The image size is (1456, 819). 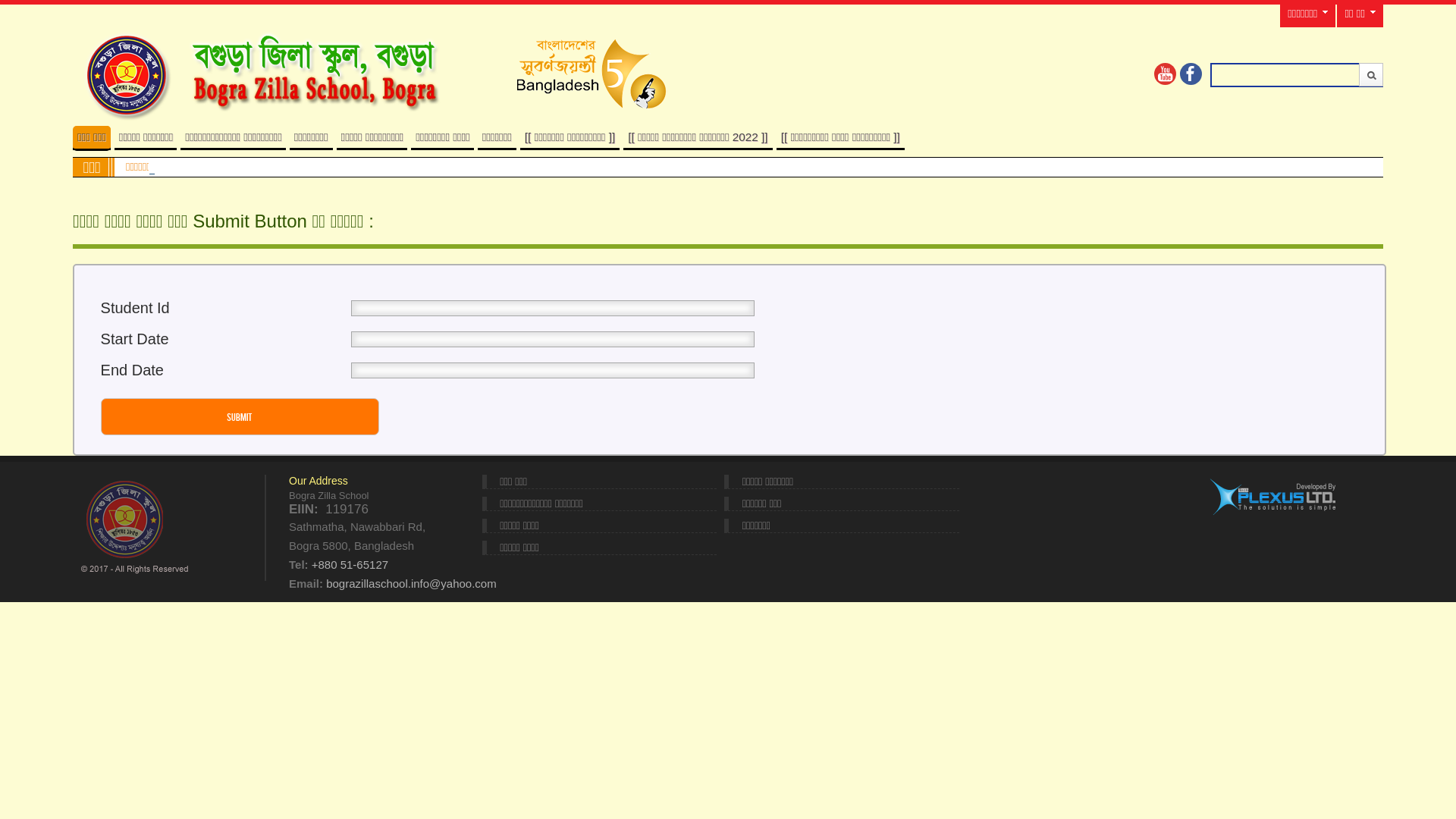 I want to click on 'Submit', so click(x=239, y=416).